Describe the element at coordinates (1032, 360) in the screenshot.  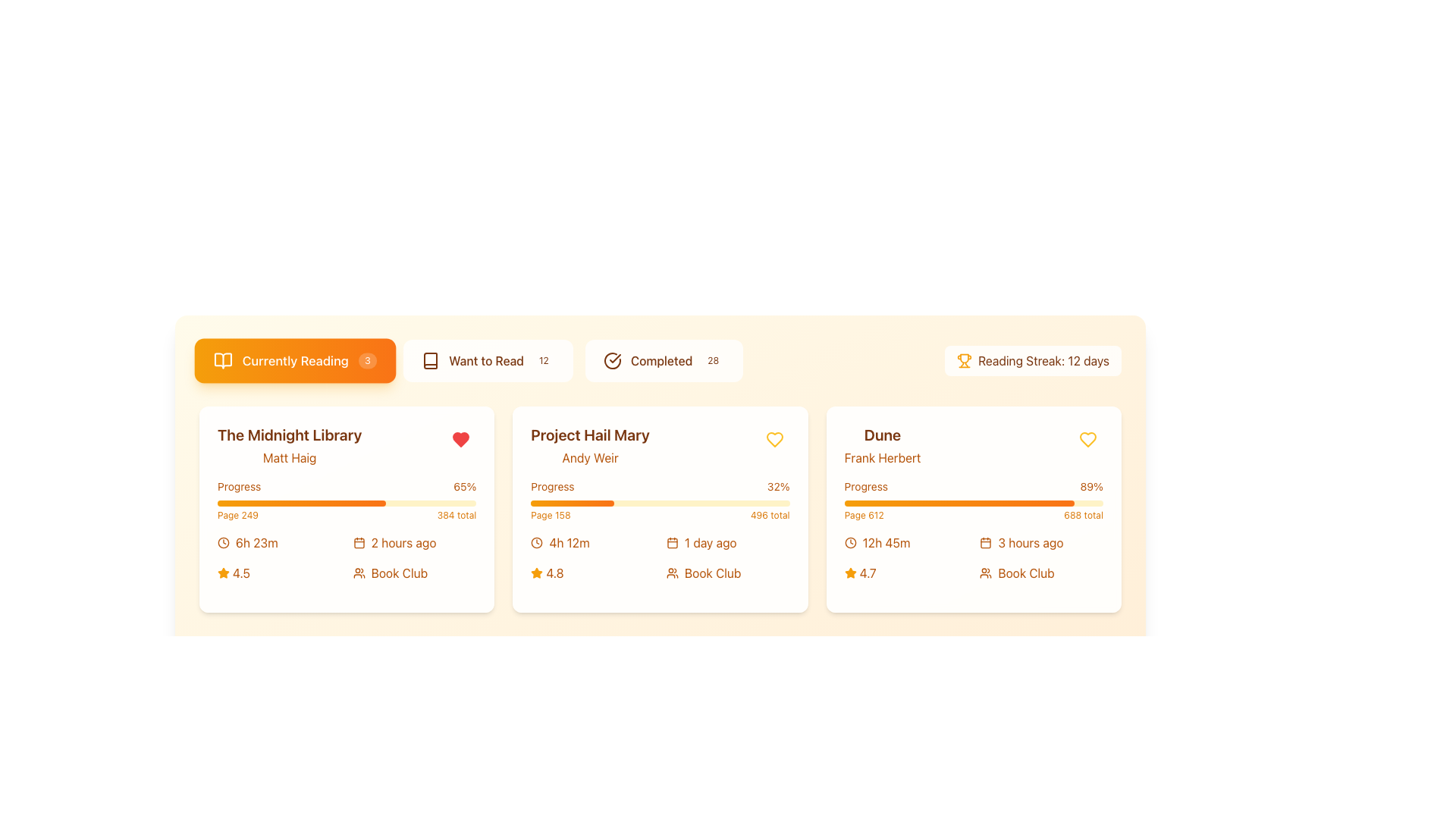
I see `the Information display component that shows the user's current reading streak for accessibility interaction` at that location.